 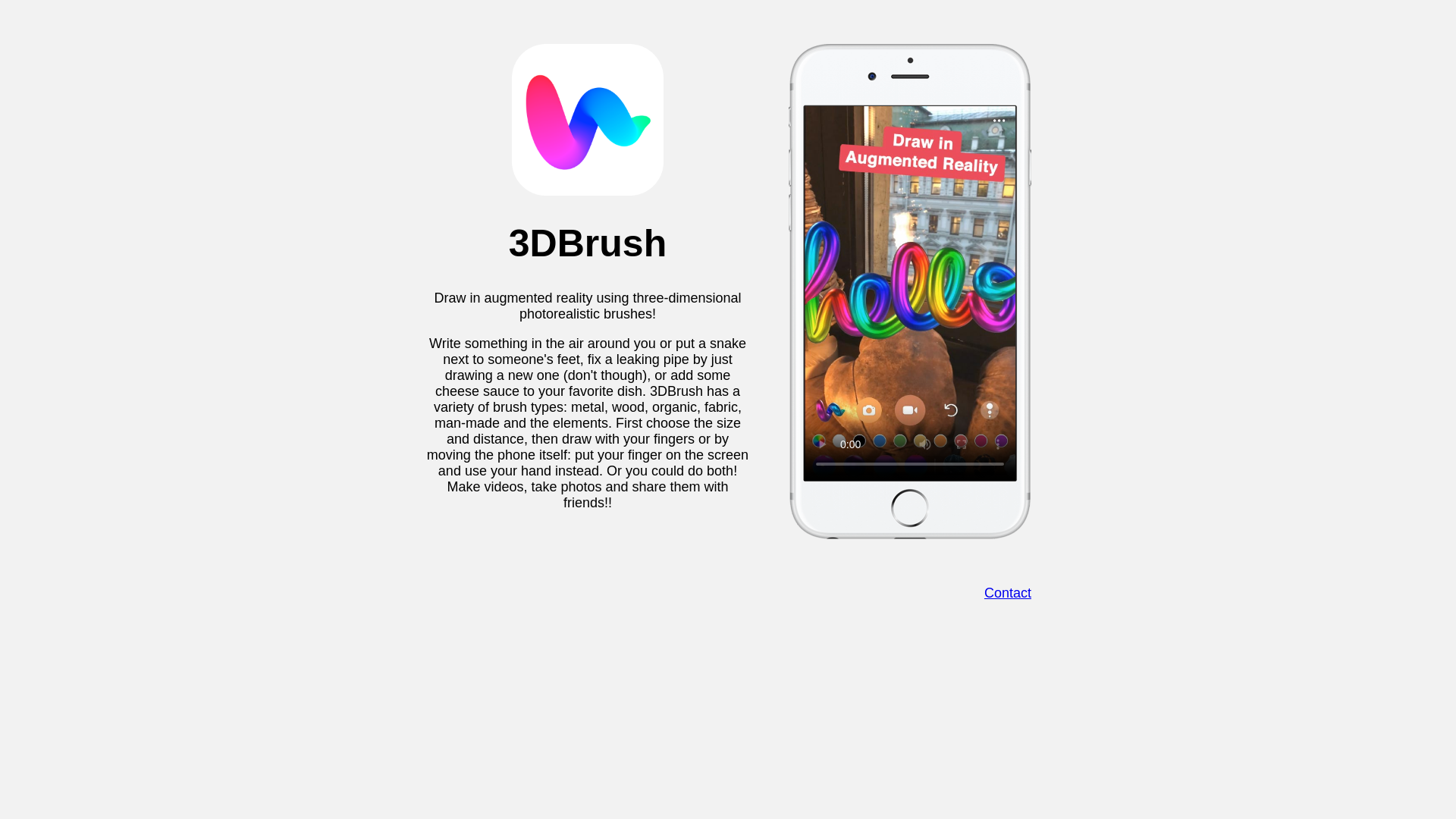 What do you see at coordinates (1008, 592) in the screenshot?
I see `'Contact'` at bounding box center [1008, 592].